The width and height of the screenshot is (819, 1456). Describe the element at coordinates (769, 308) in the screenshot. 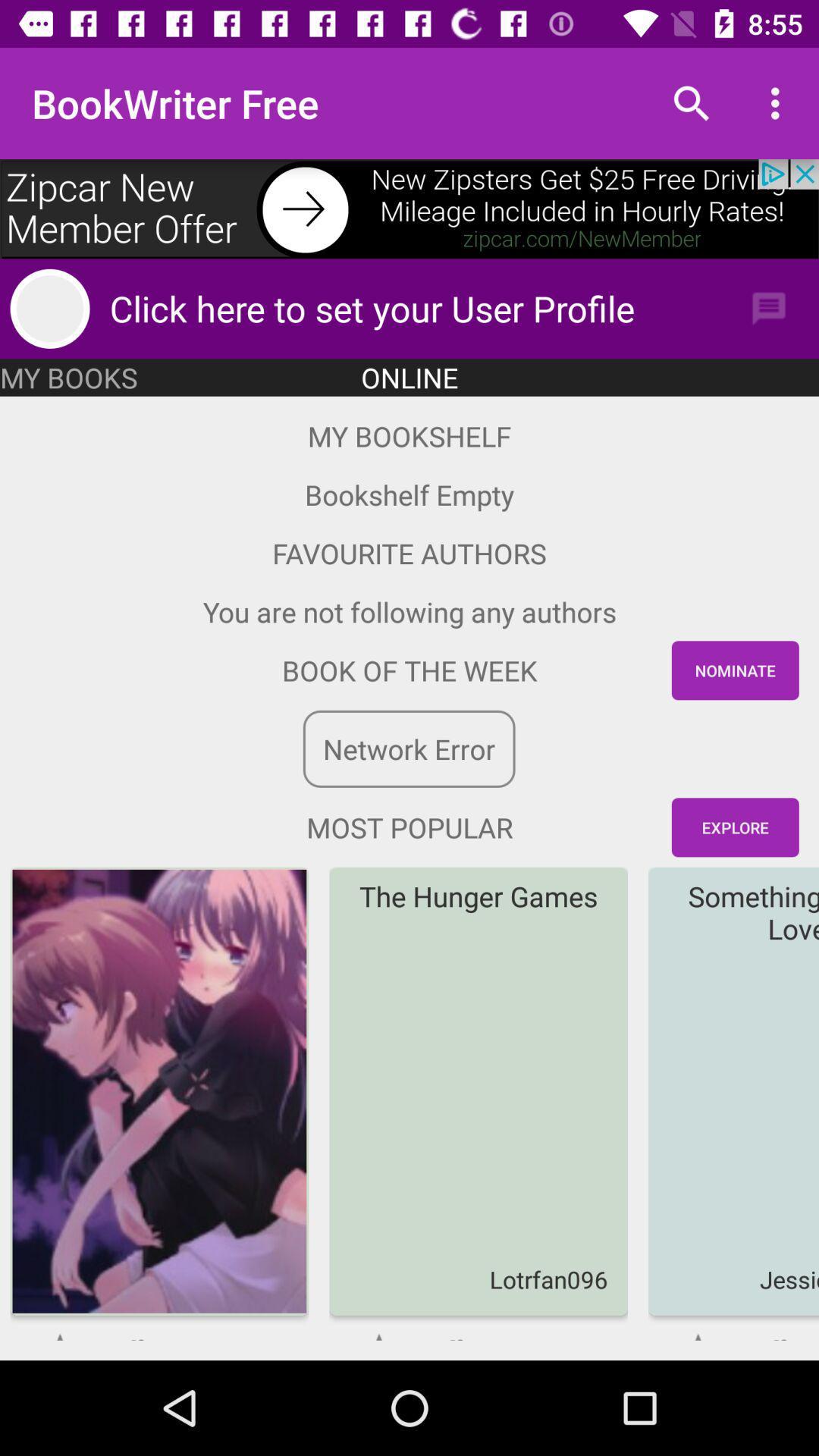

I see `the chat icon` at that location.